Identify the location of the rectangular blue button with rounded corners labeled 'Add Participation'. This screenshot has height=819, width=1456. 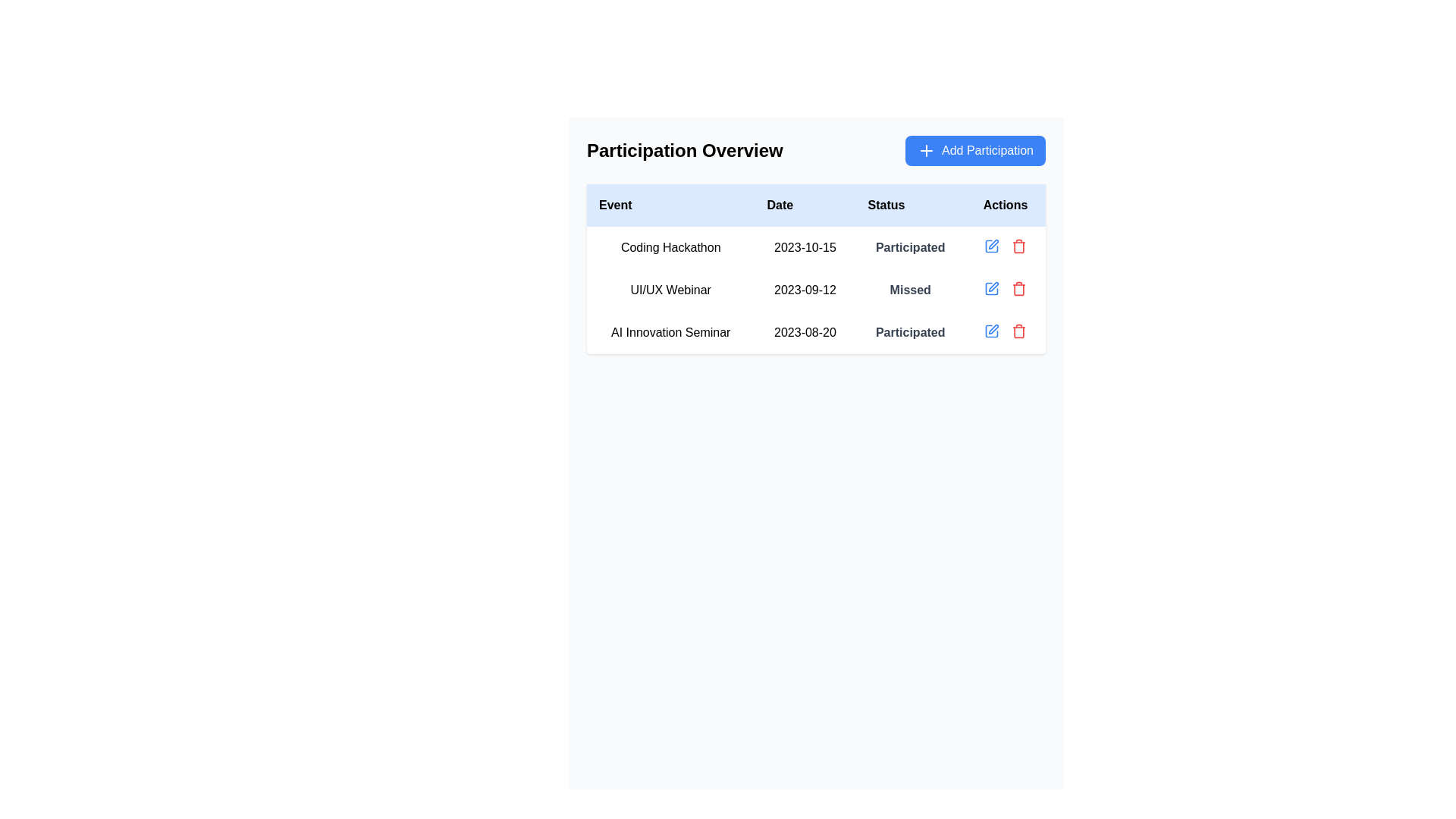
(975, 151).